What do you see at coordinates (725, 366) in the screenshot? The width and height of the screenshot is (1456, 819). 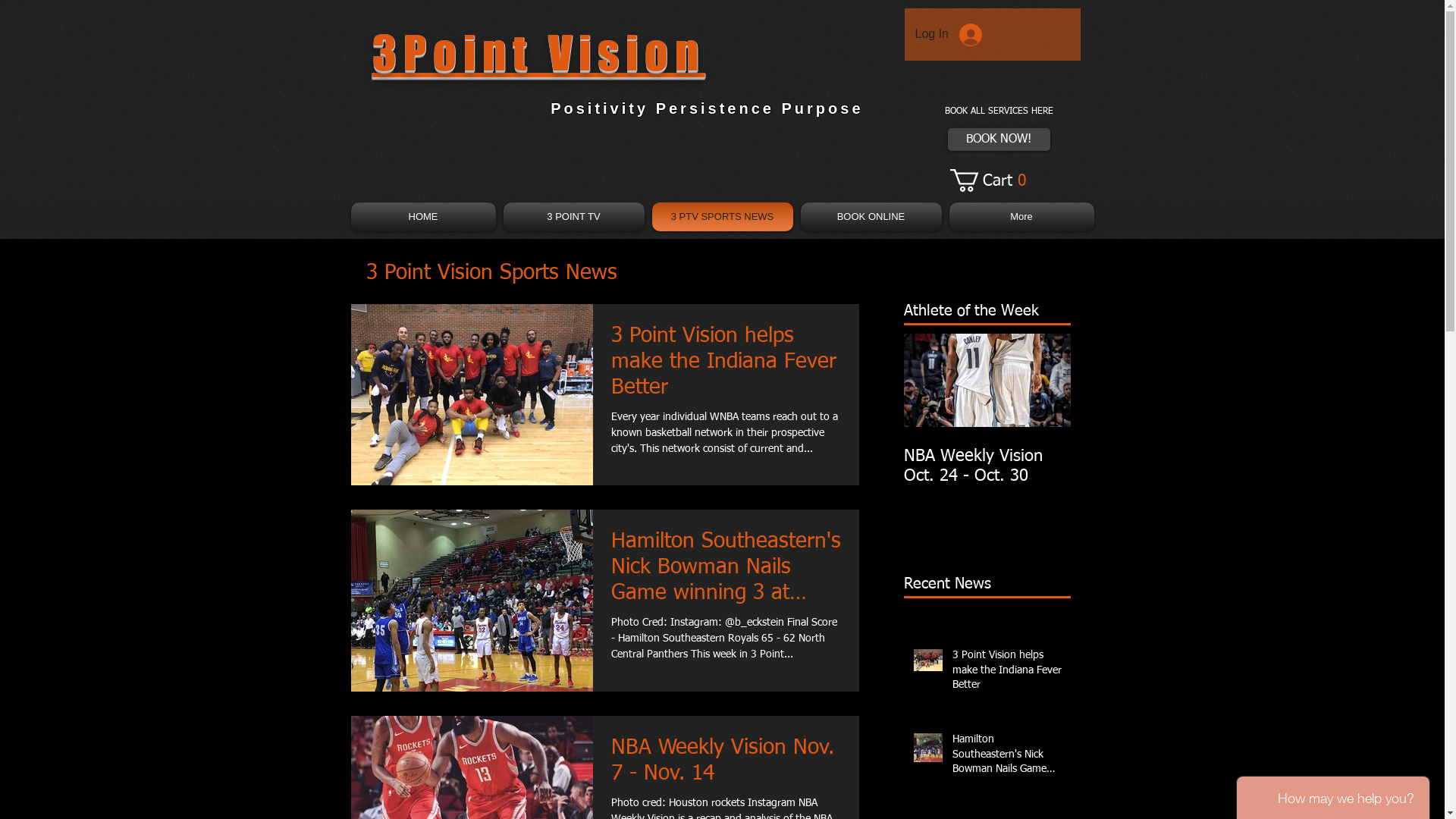 I see `'3 Point Vision helps make the Indiana Fever Better'` at bounding box center [725, 366].